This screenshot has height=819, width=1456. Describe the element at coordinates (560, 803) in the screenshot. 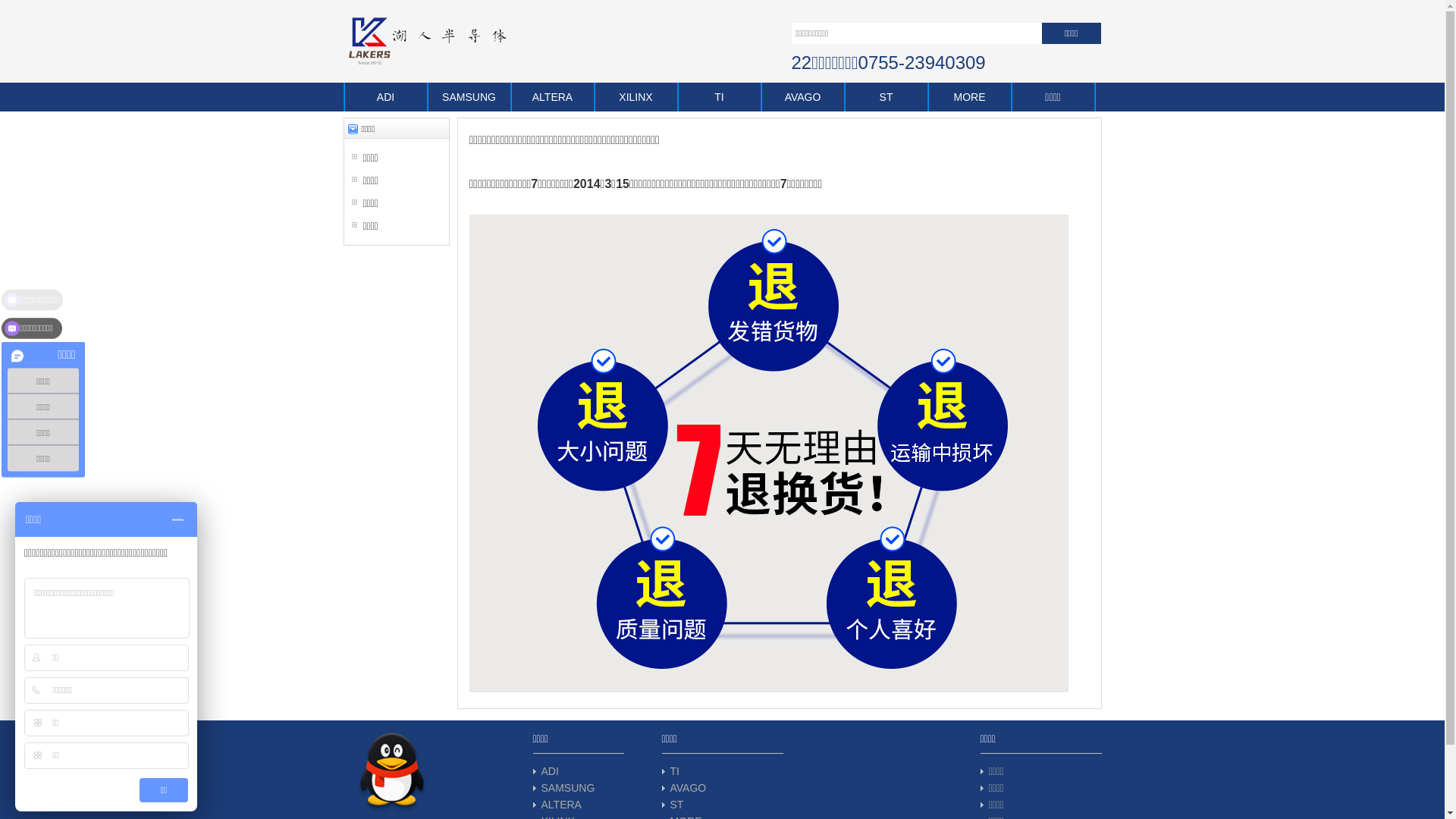

I see `'ALTERA'` at that location.